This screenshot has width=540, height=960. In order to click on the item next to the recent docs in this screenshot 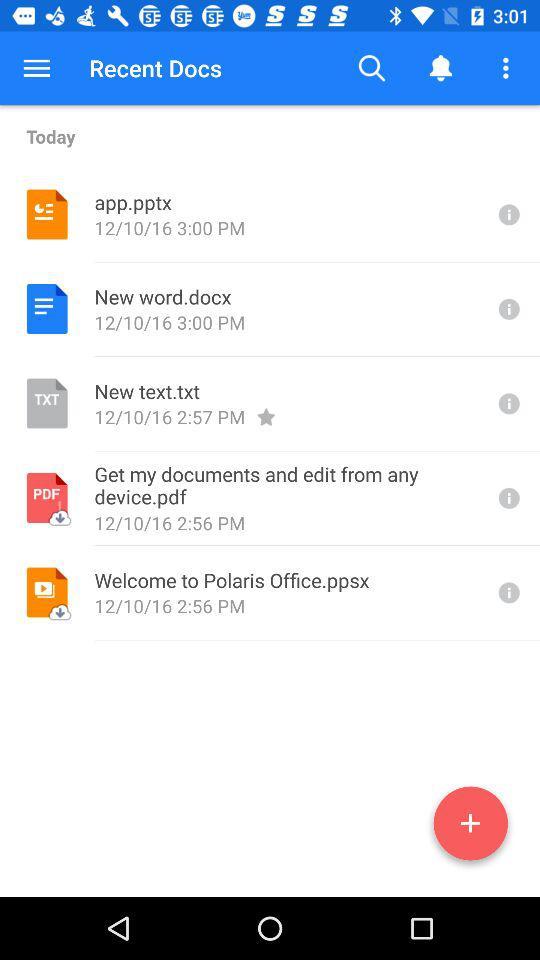, I will do `click(372, 68)`.